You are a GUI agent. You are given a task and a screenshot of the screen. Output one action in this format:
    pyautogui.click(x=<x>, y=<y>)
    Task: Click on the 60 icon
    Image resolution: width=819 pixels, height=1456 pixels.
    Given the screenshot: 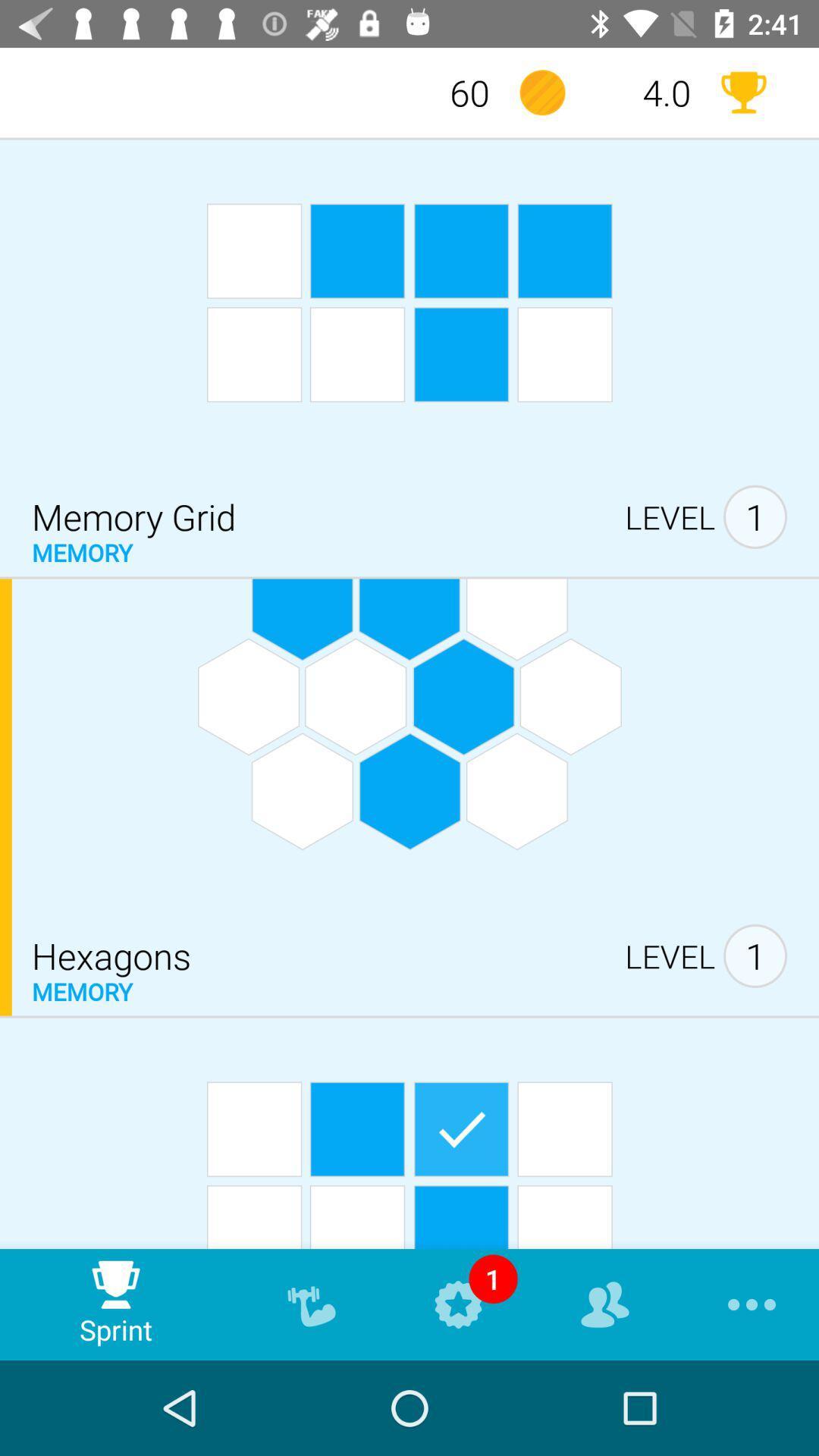 What is the action you would take?
    pyautogui.click(x=441, y=92)
    